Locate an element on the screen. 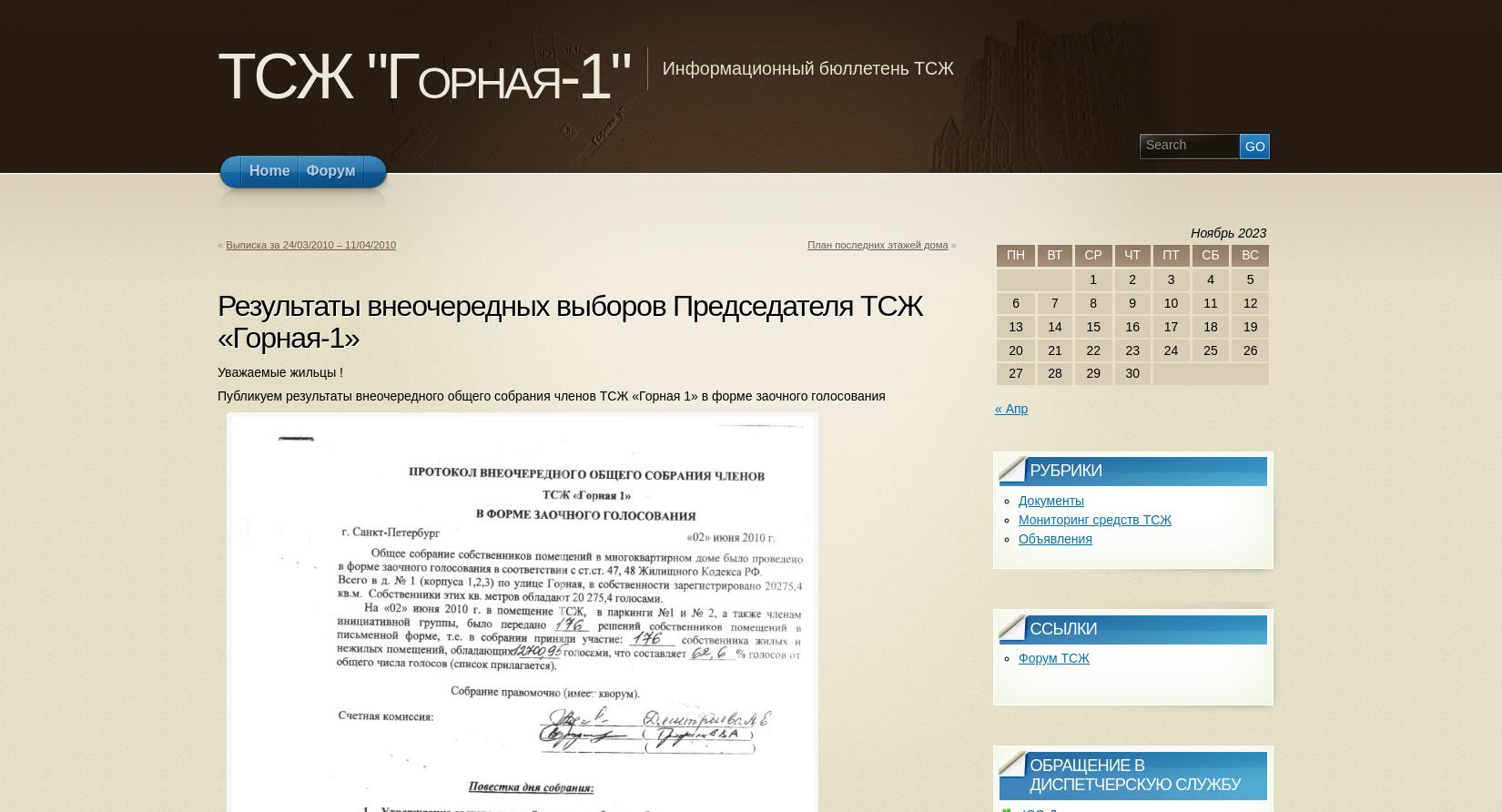  'Публикуем результаты внеочередного общего собрания членов ТСЖ «Горная 1» в форме заочного голосования' is located at coordinates (550, 395).